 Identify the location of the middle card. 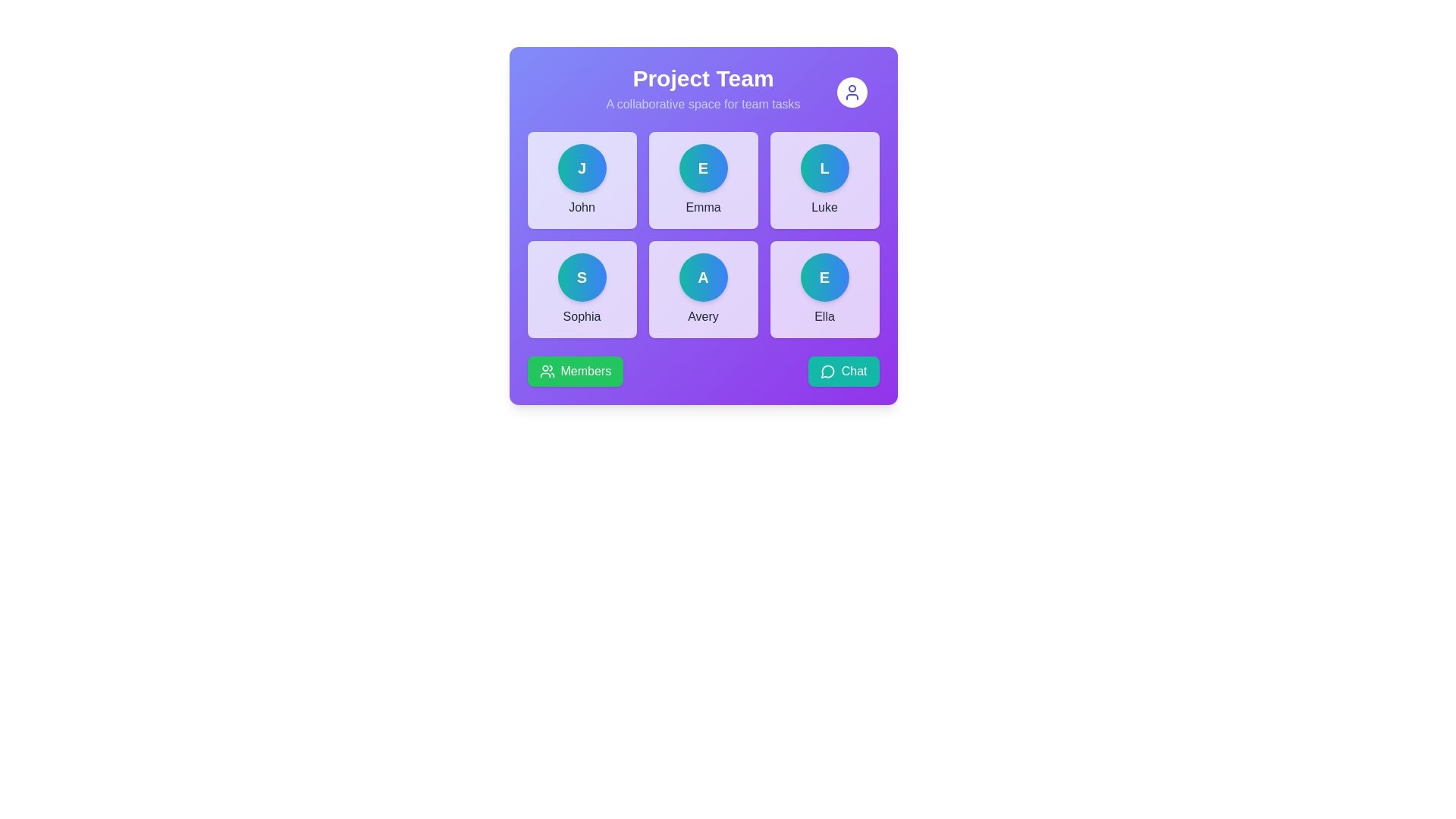
(702, 180).